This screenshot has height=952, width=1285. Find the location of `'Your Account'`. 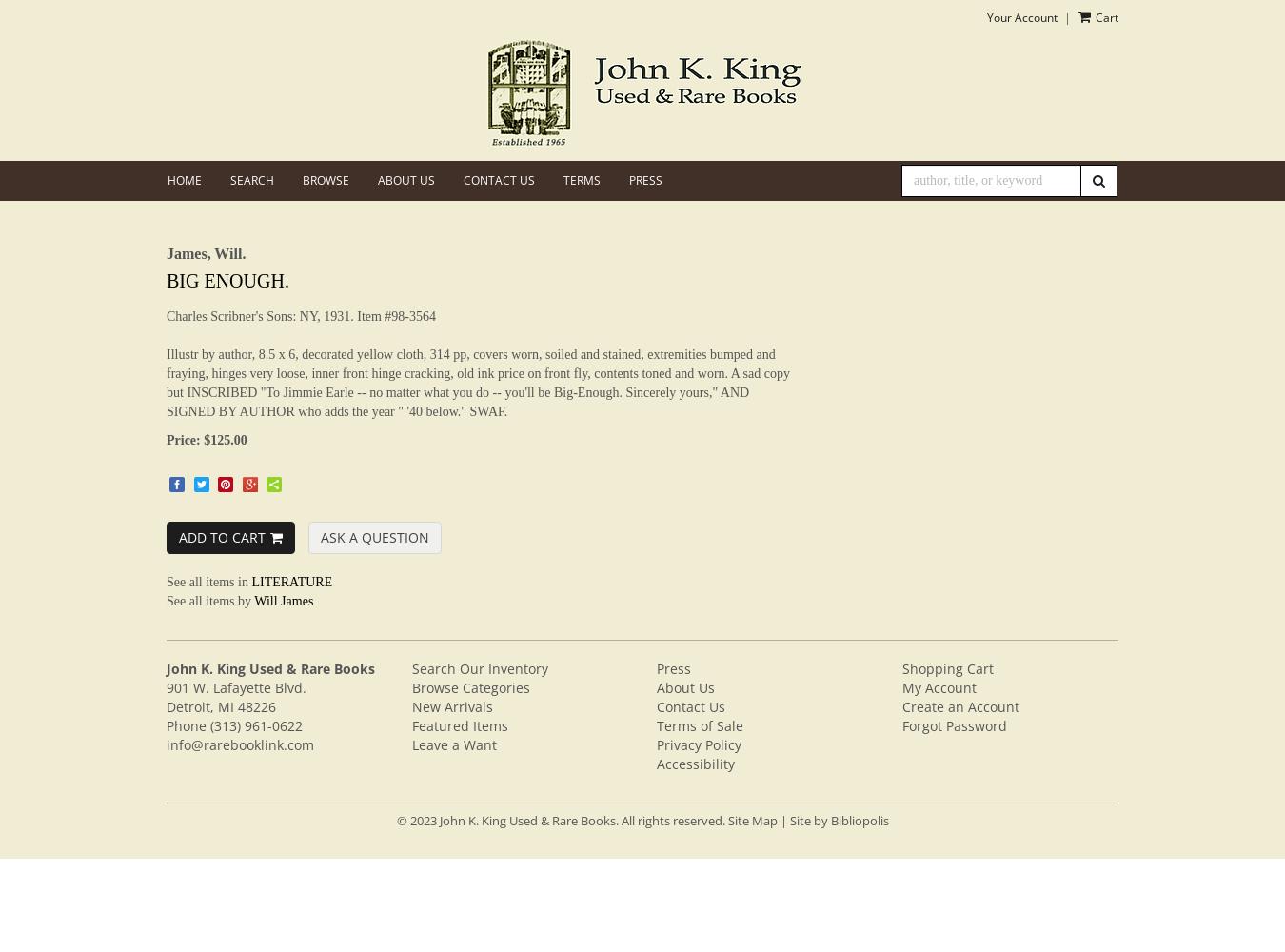

'Your Account' is located at coordinates (1020, 17).